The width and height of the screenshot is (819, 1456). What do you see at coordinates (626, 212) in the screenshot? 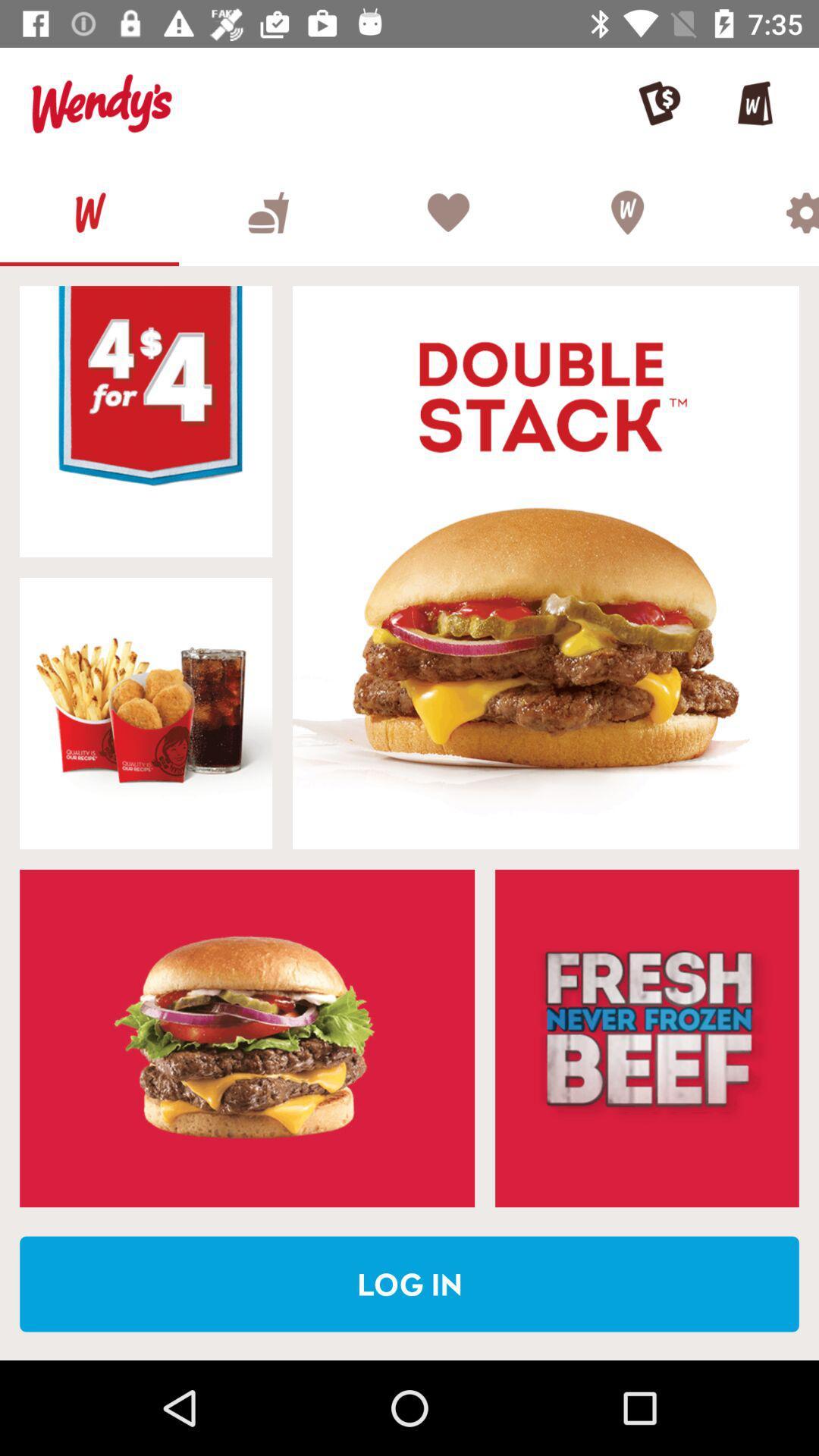
I see `find a location` at bounding box center [626, 212].